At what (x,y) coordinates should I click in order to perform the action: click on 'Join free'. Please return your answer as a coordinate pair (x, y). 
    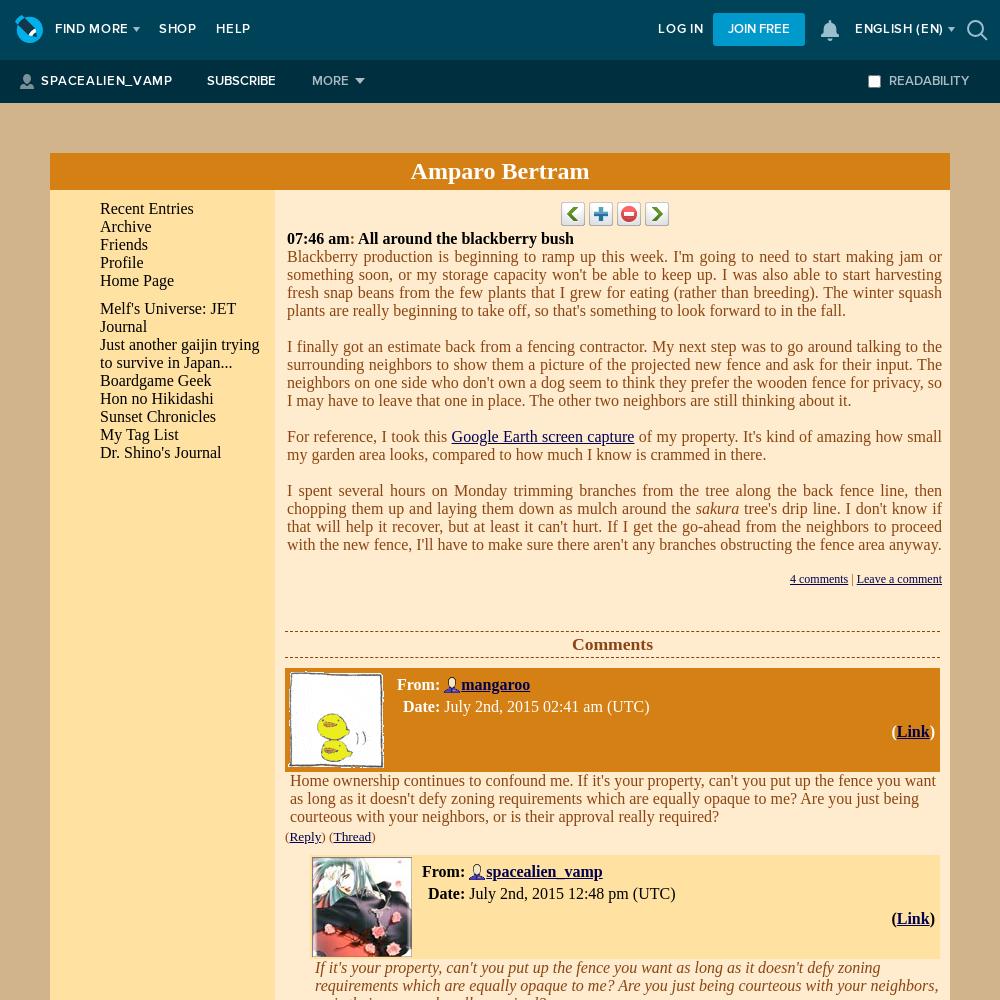
    Looking at the image, I should click on (727, 29).